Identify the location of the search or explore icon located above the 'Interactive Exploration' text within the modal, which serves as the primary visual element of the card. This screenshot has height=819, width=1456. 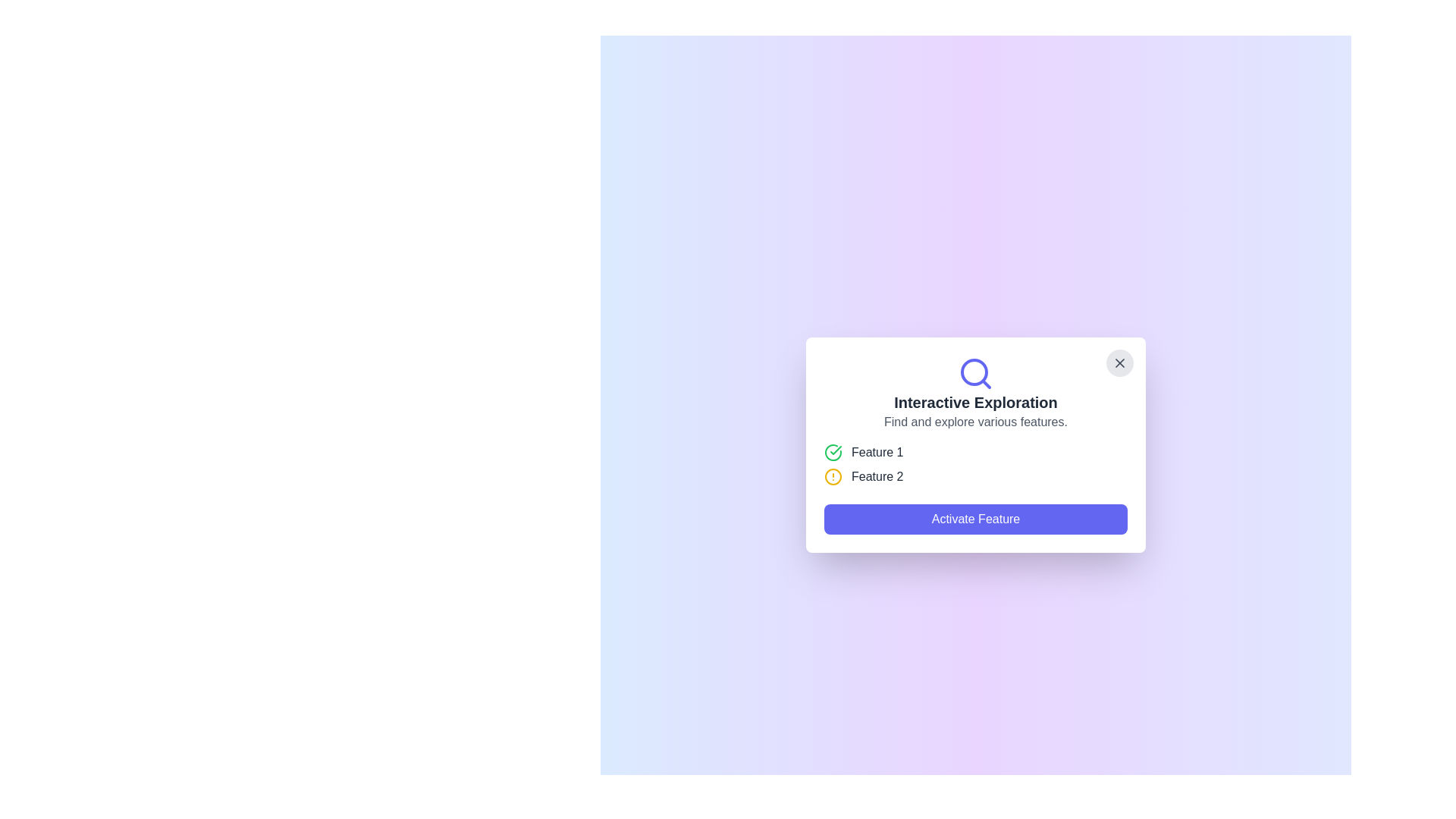
(975, 374).